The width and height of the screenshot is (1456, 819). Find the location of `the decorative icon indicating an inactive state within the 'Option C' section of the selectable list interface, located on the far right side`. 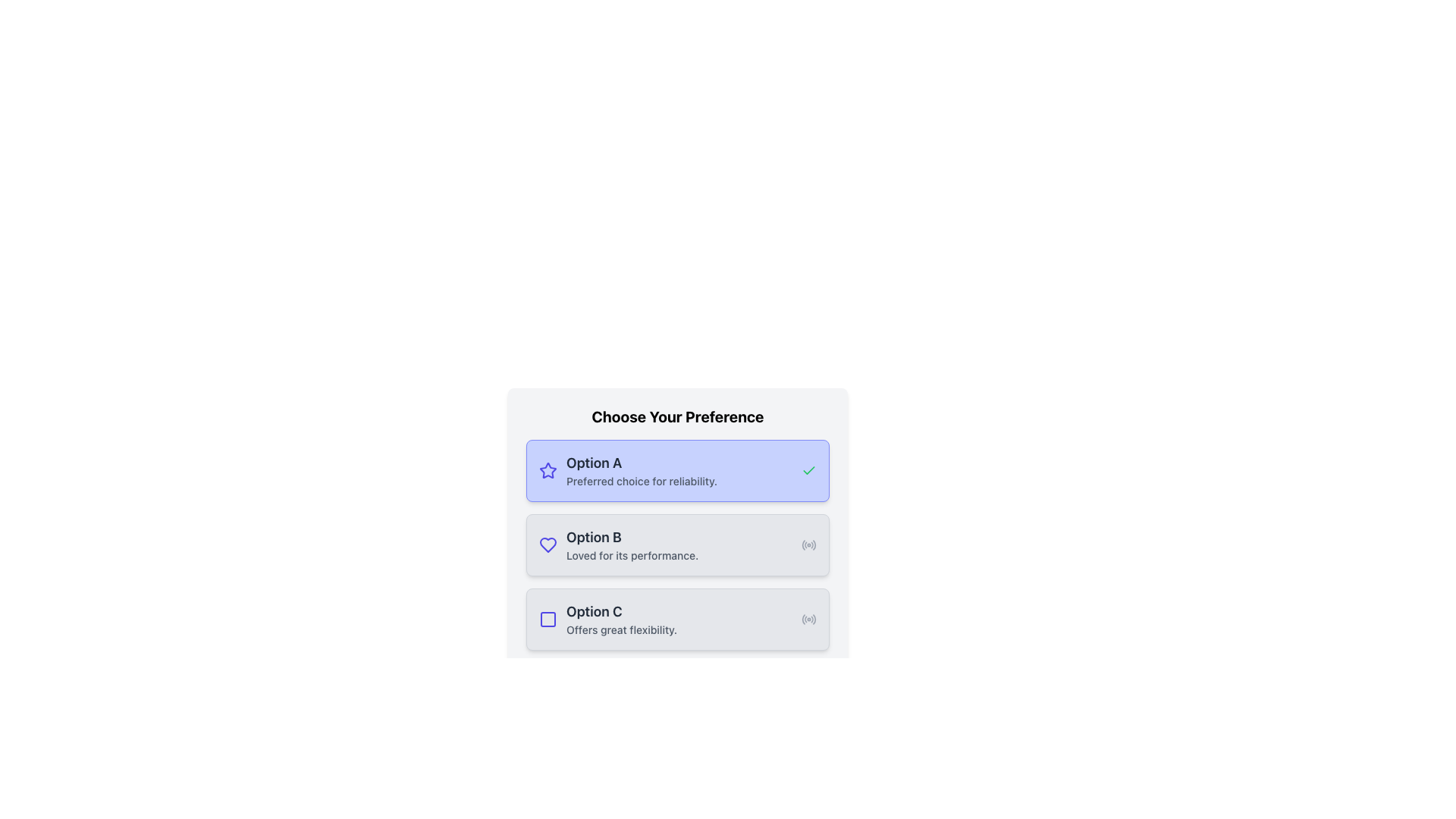

the decorative icon indicating an inactive state within the 'Option C' section of the selectable list interface, located on the far right side is located at coordinates (808, 620).